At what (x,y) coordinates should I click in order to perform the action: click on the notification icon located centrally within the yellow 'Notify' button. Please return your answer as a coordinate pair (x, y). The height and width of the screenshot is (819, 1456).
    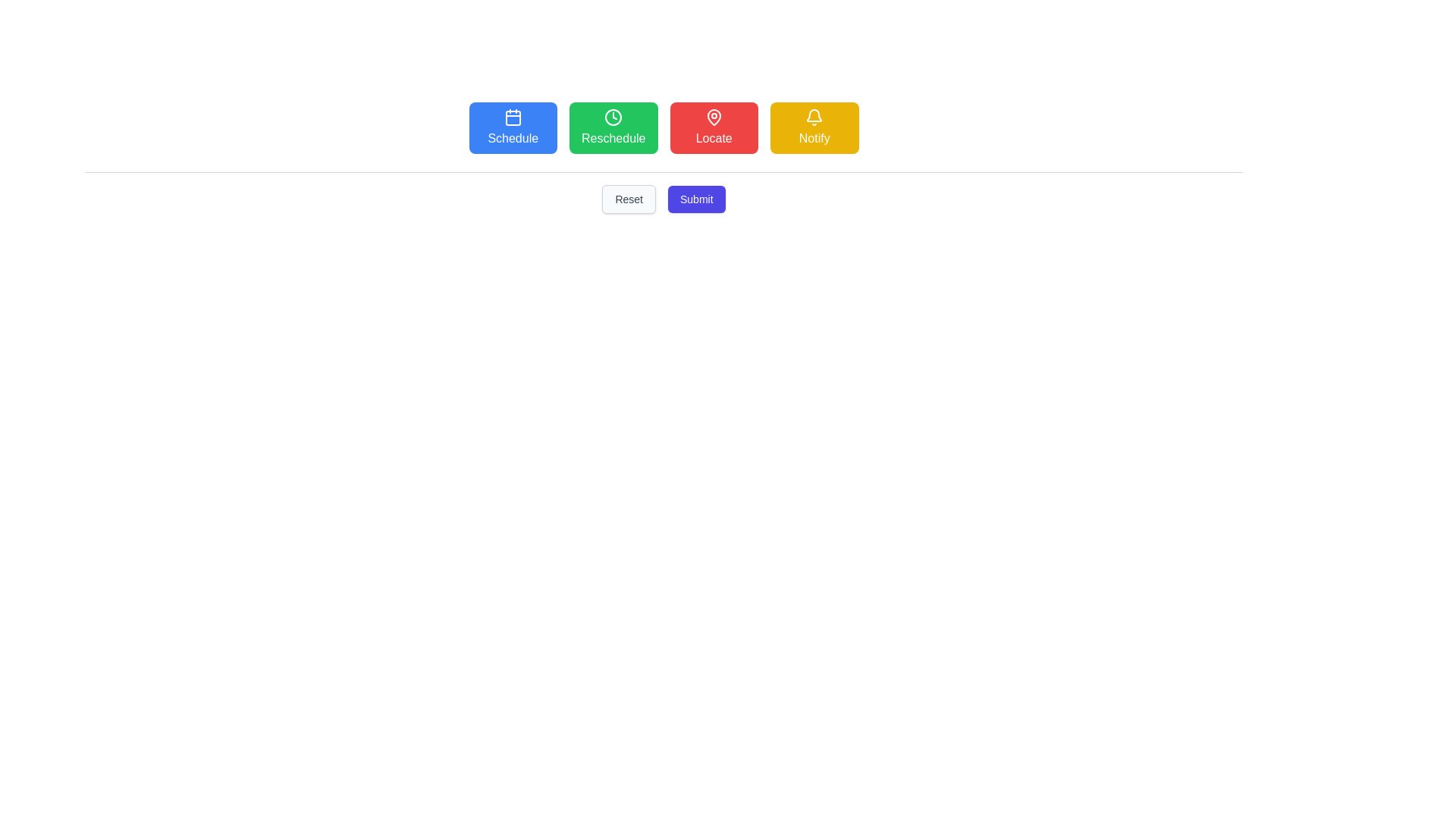
    Looking at the image, I should click on (814, 115).